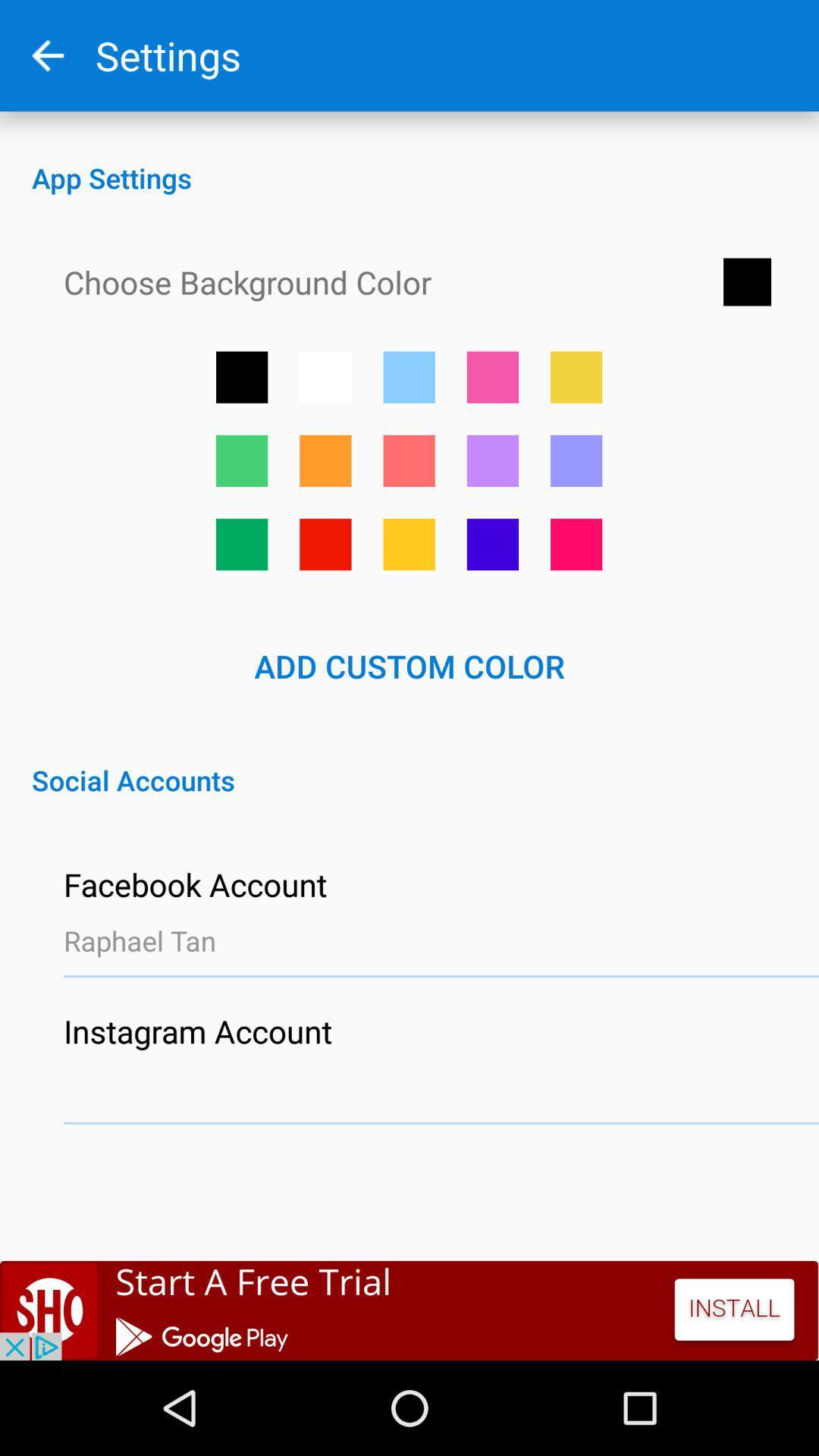 Image resolution: width=819 pixels, height=1456 pixels. What do you see at coordinates (408, 460) in the screenshot?
I see `selected color` at bounding box center [408, 460].